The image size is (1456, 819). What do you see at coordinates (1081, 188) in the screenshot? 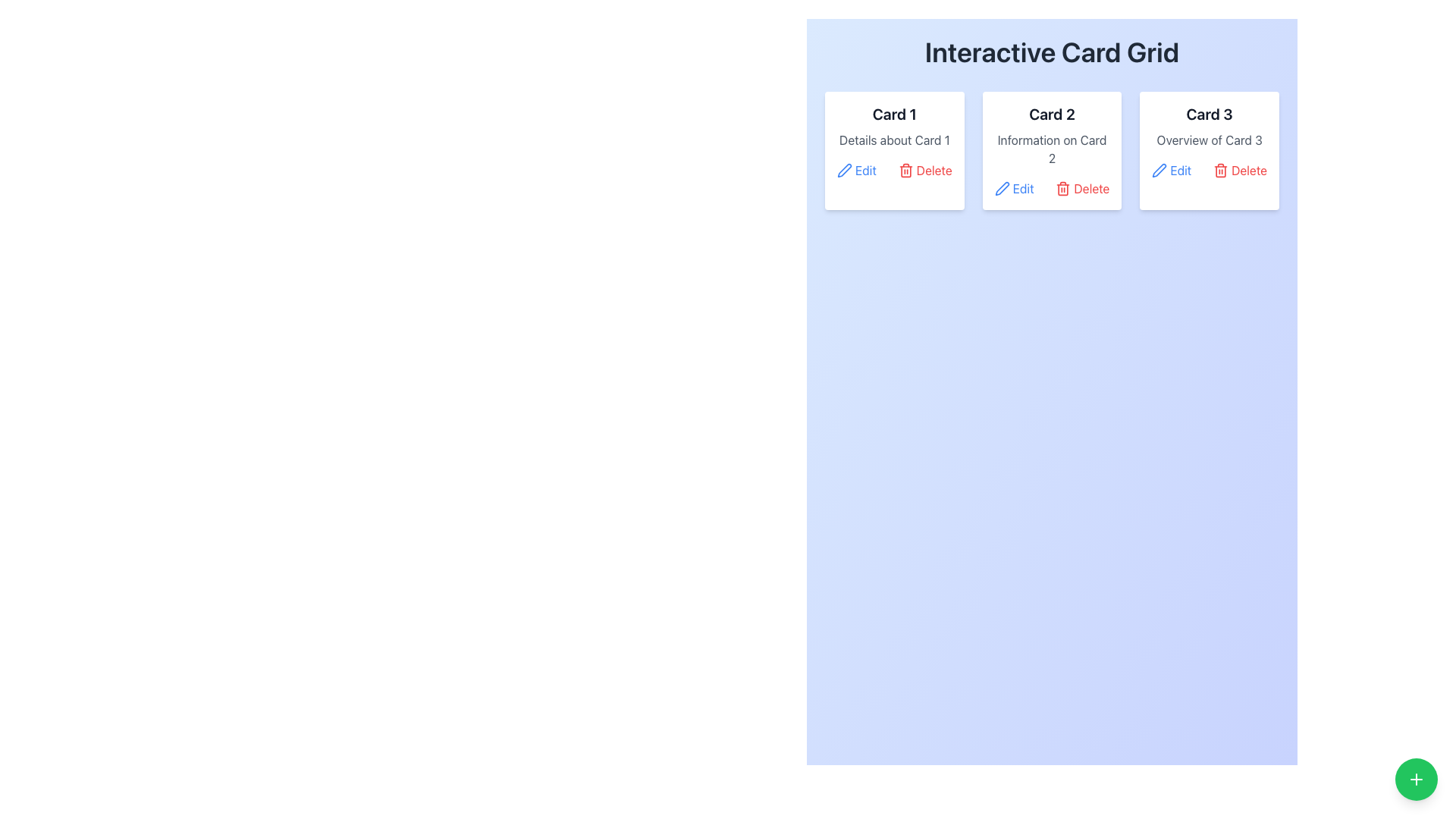
I see `the delete button located in the bottom right corner of 'Card 2'` at bounding box center [1081, 188].